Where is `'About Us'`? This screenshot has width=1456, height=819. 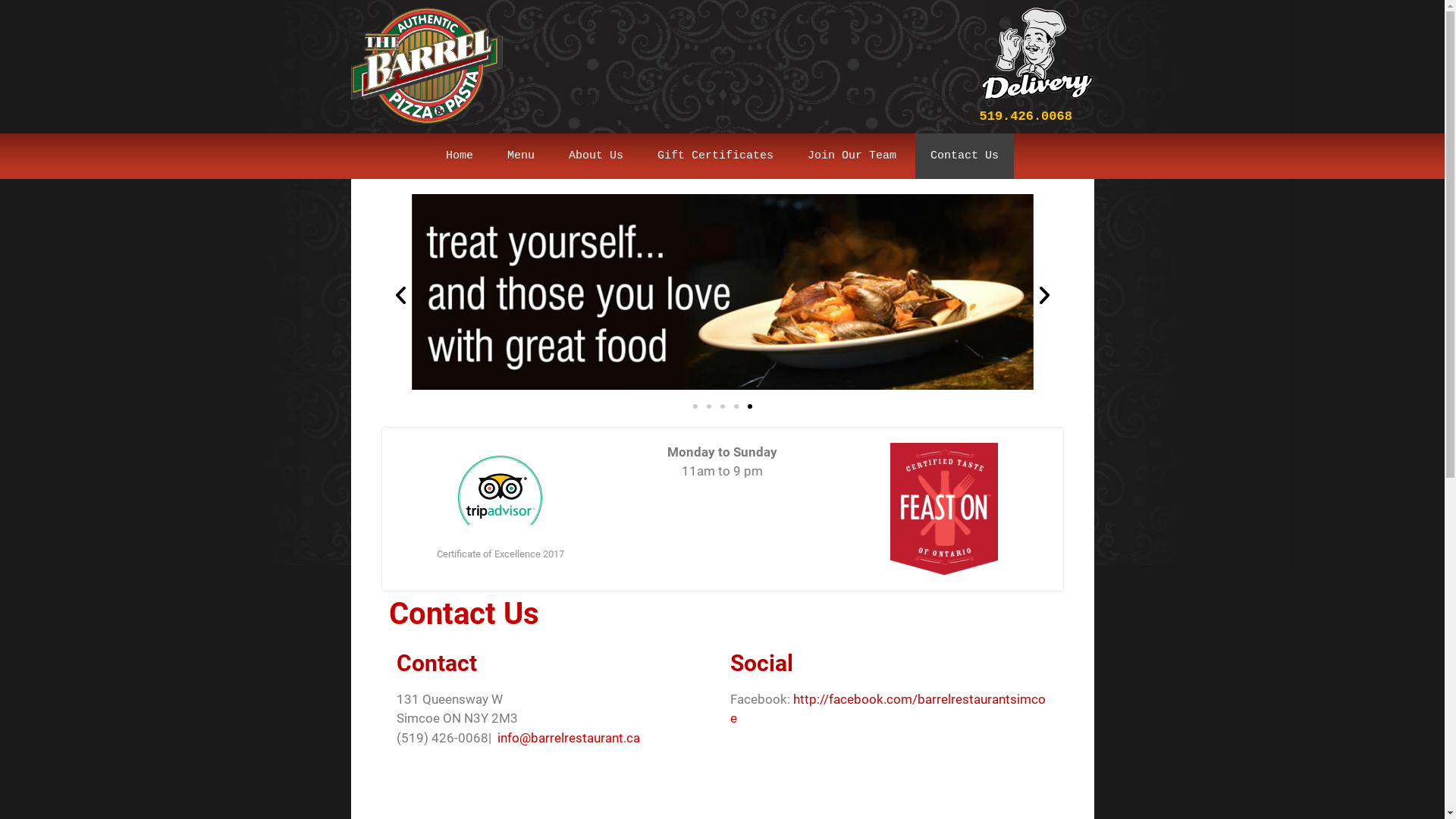 'About Us' is located at coordinates (595, 155).